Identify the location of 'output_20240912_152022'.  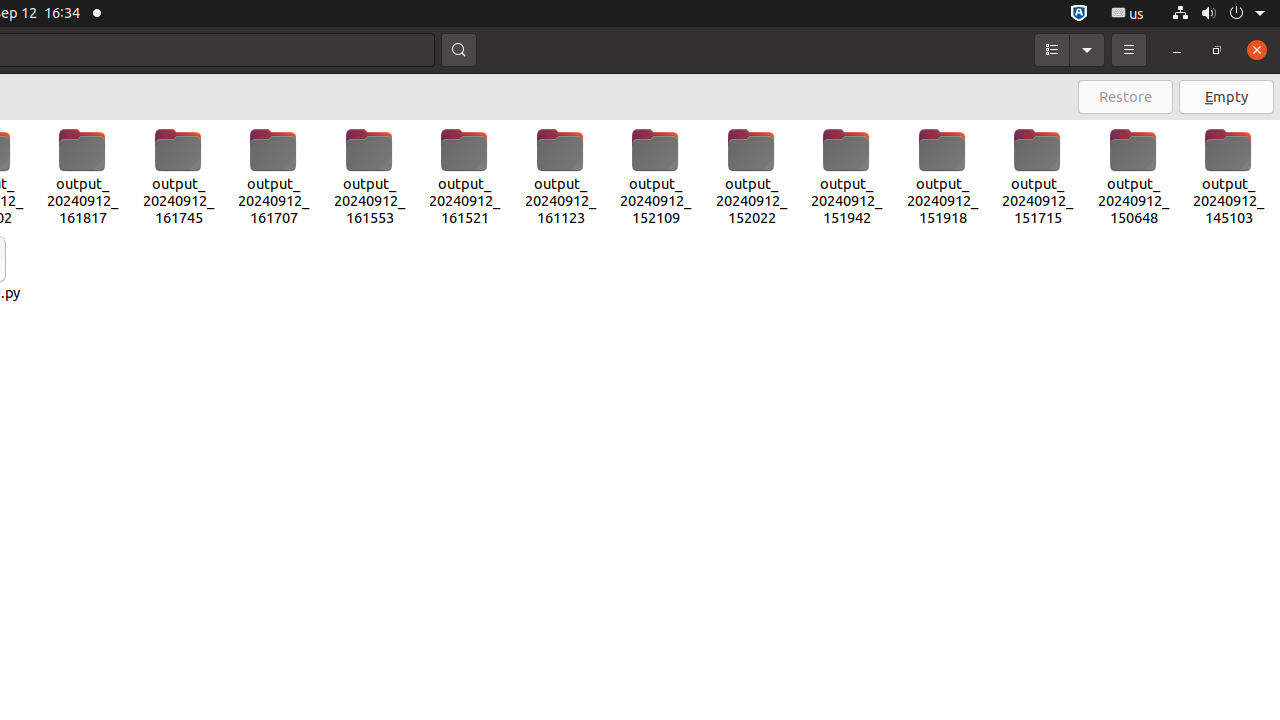
(749, 176).